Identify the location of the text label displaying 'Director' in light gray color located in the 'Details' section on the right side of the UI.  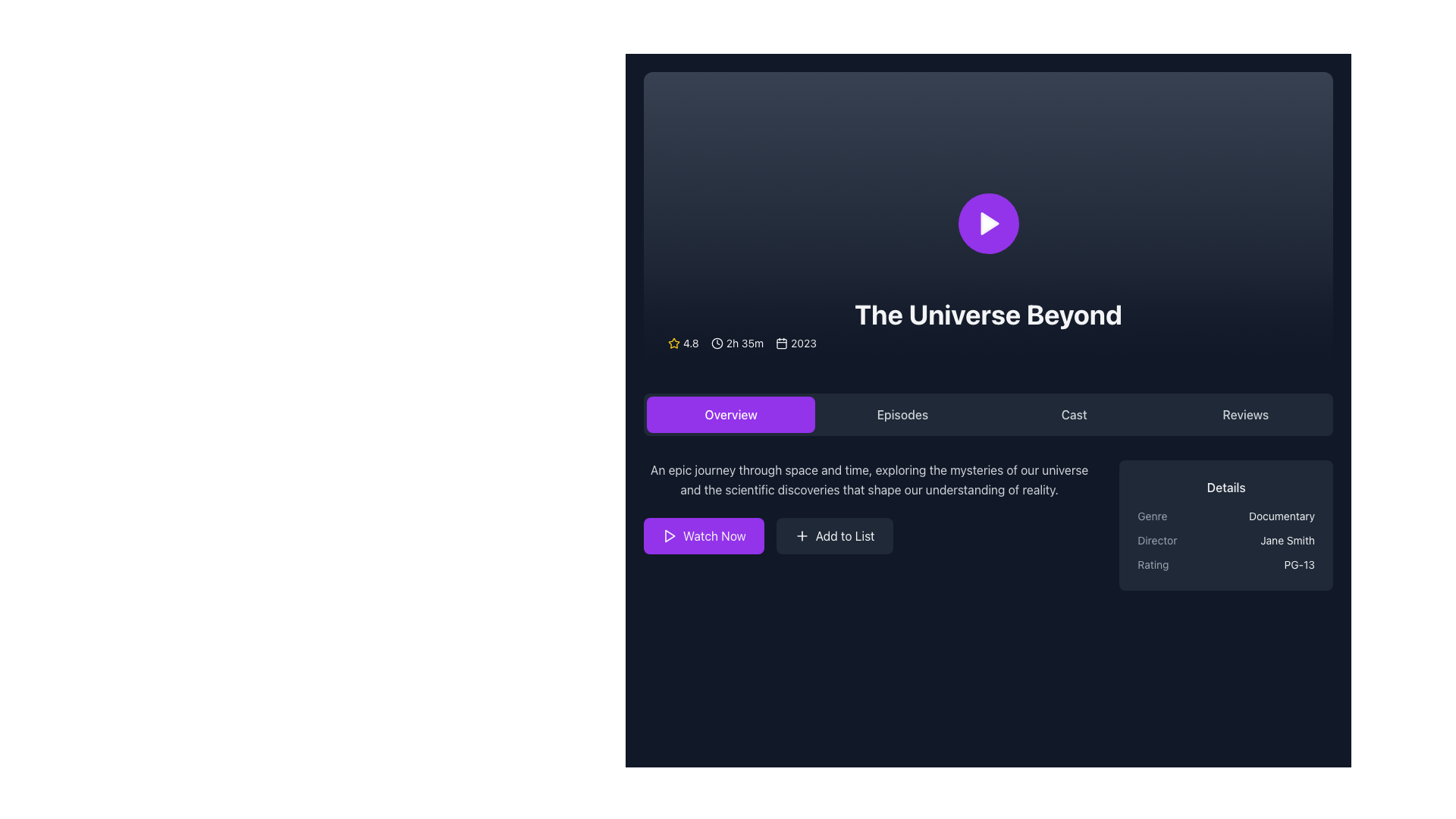
(1156, 540).